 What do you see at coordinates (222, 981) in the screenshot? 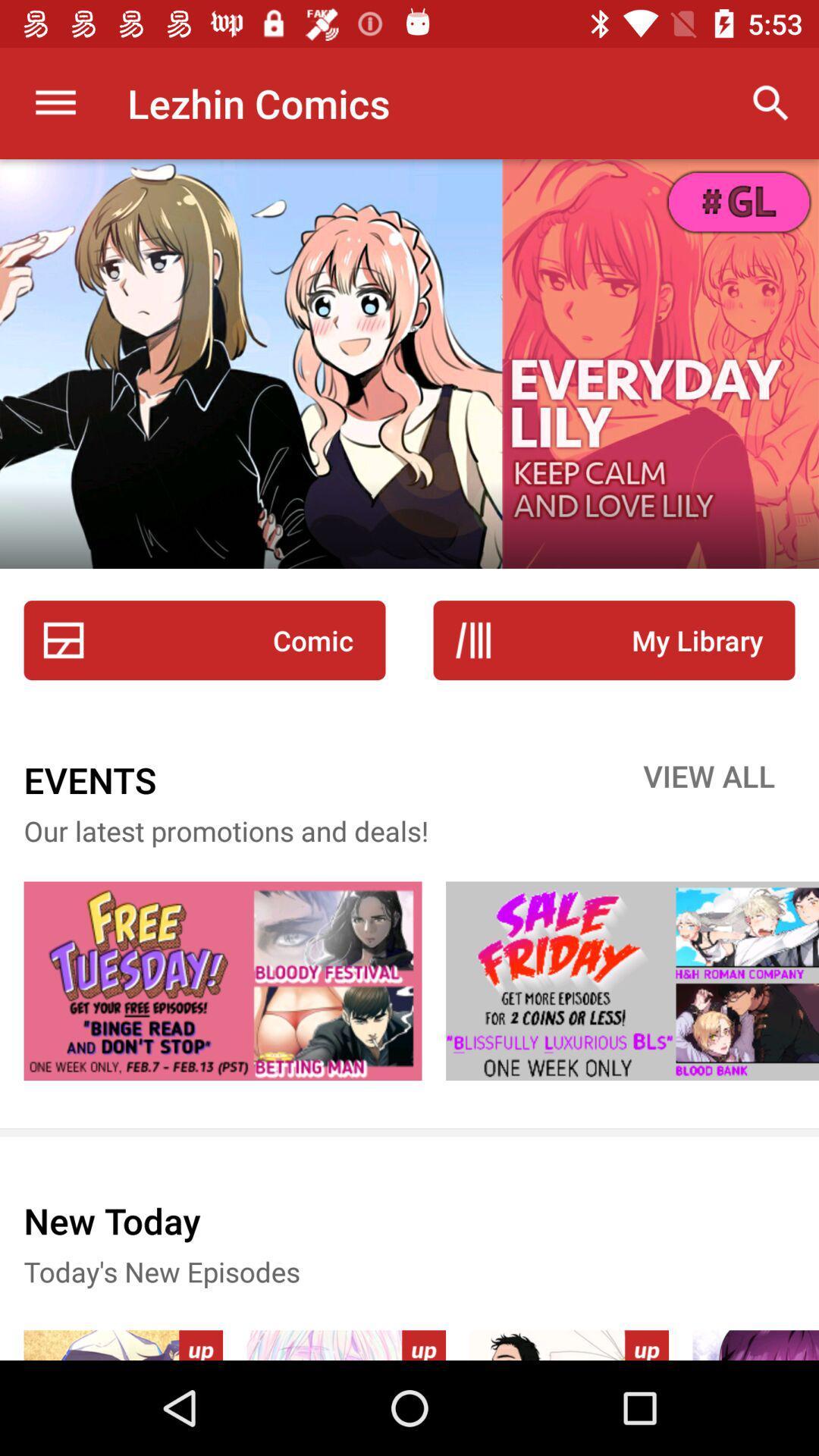
I see `the icon below the our latest promotions` at bounding box center [222, 981].